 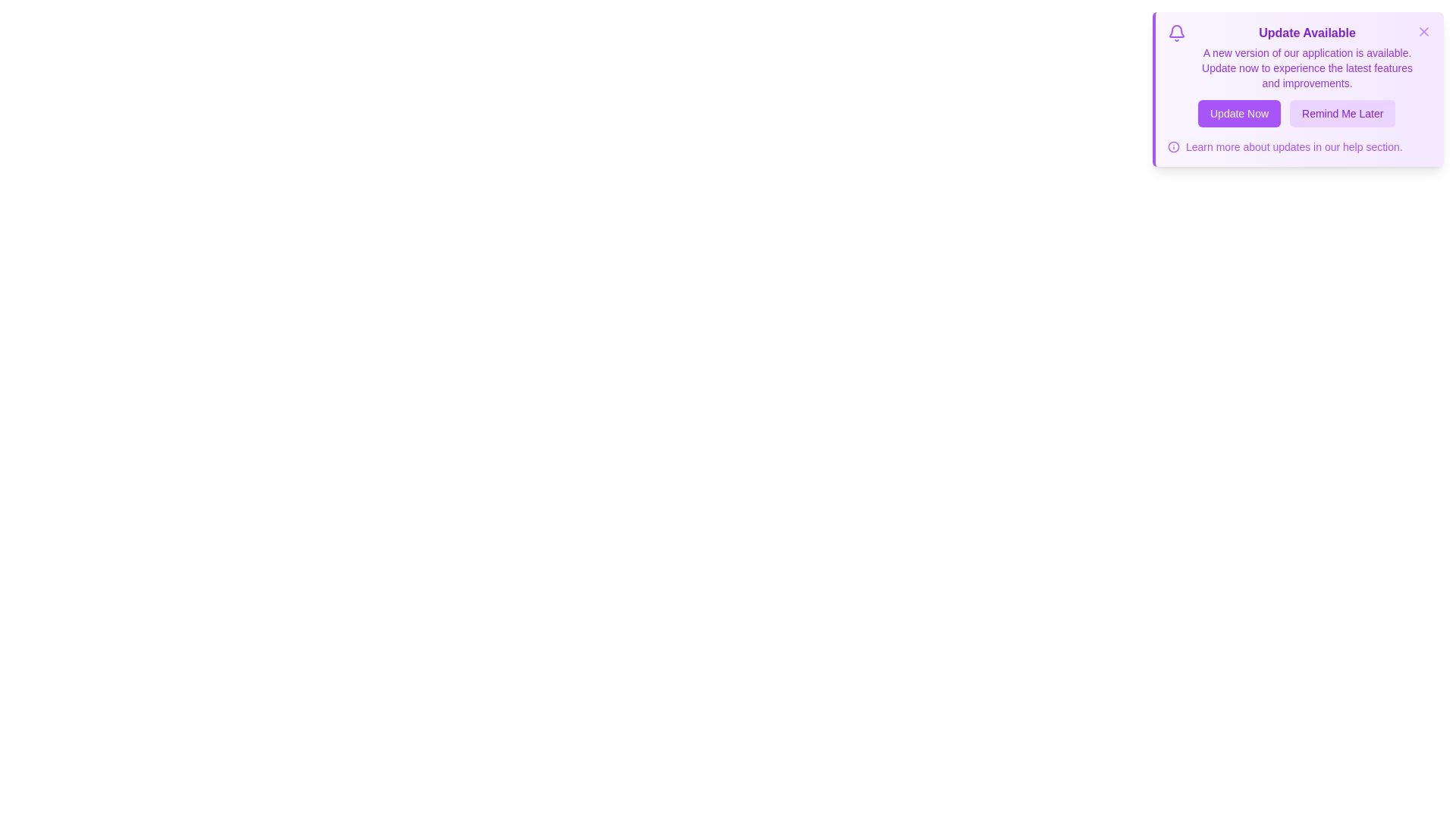 What do you see at coordinates (1298, 89) in the screenshot?
I see `the notification card to read its content` at bounding box center [1298, 89].